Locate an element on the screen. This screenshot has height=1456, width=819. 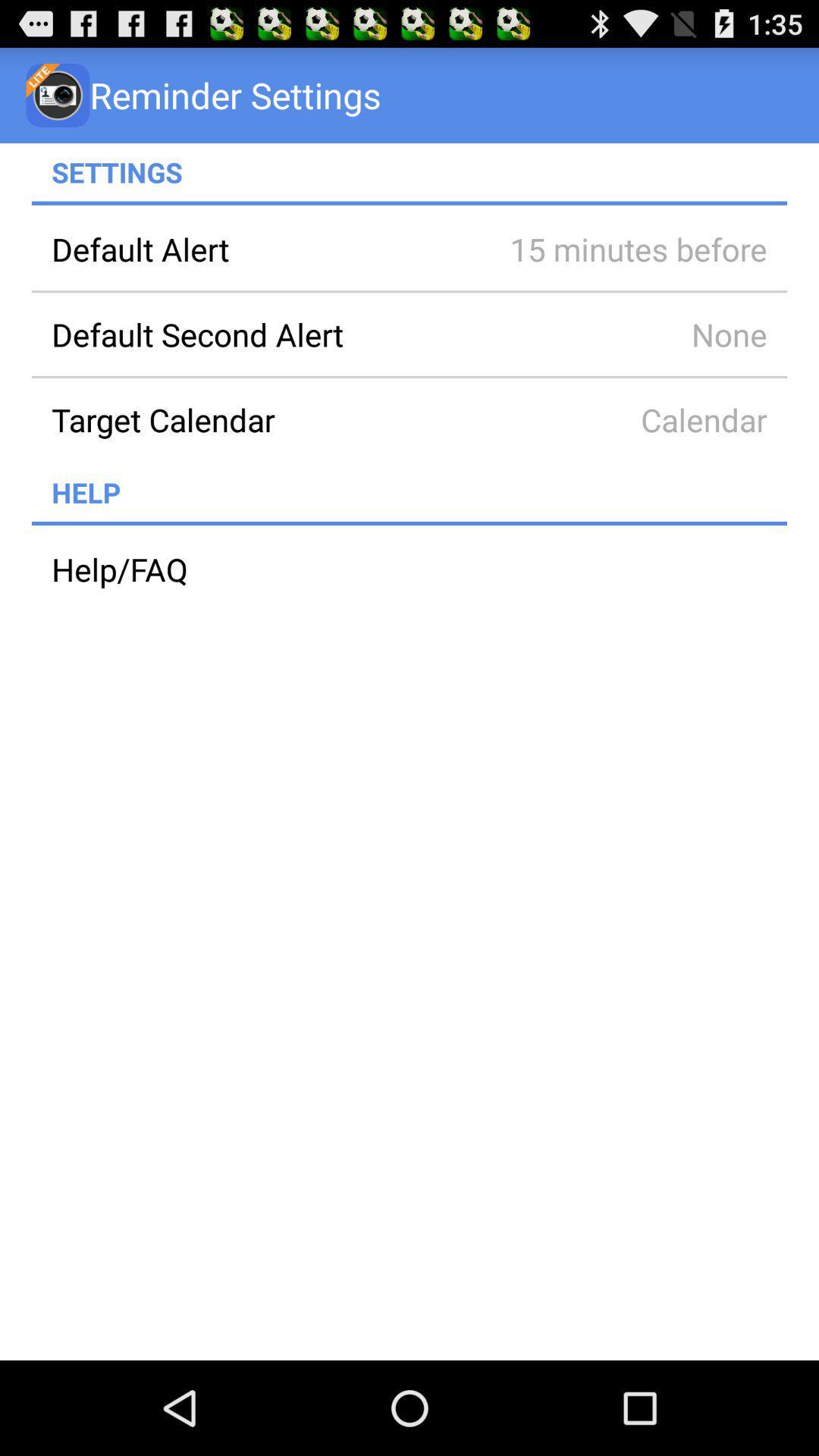
app above the help/faq app is located at coordinates (409, 523).